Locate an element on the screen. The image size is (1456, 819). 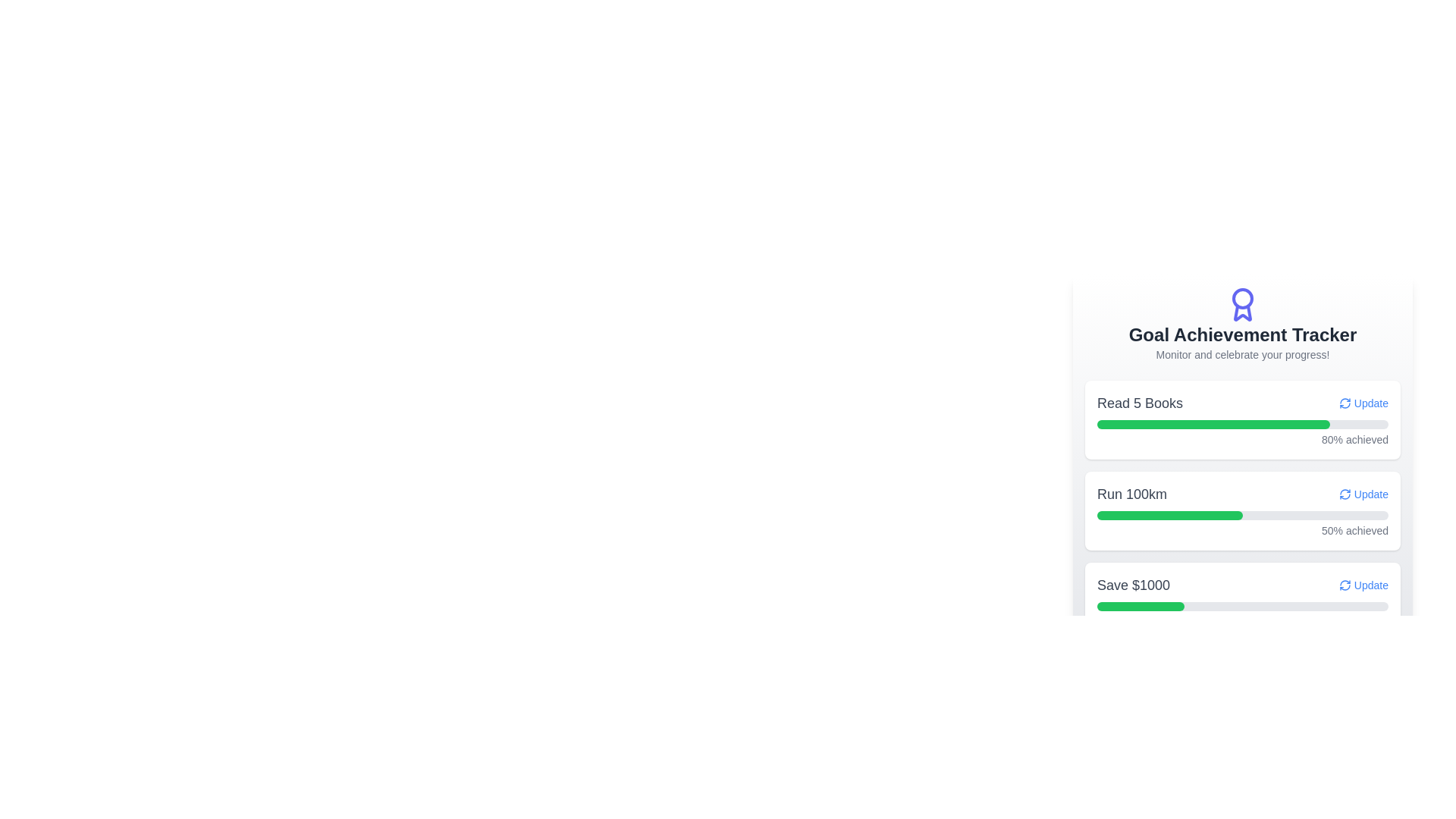
the Icon Button located on the right side of the 'Run 100km' progress tracker block is located at coordinates (1345, 494).